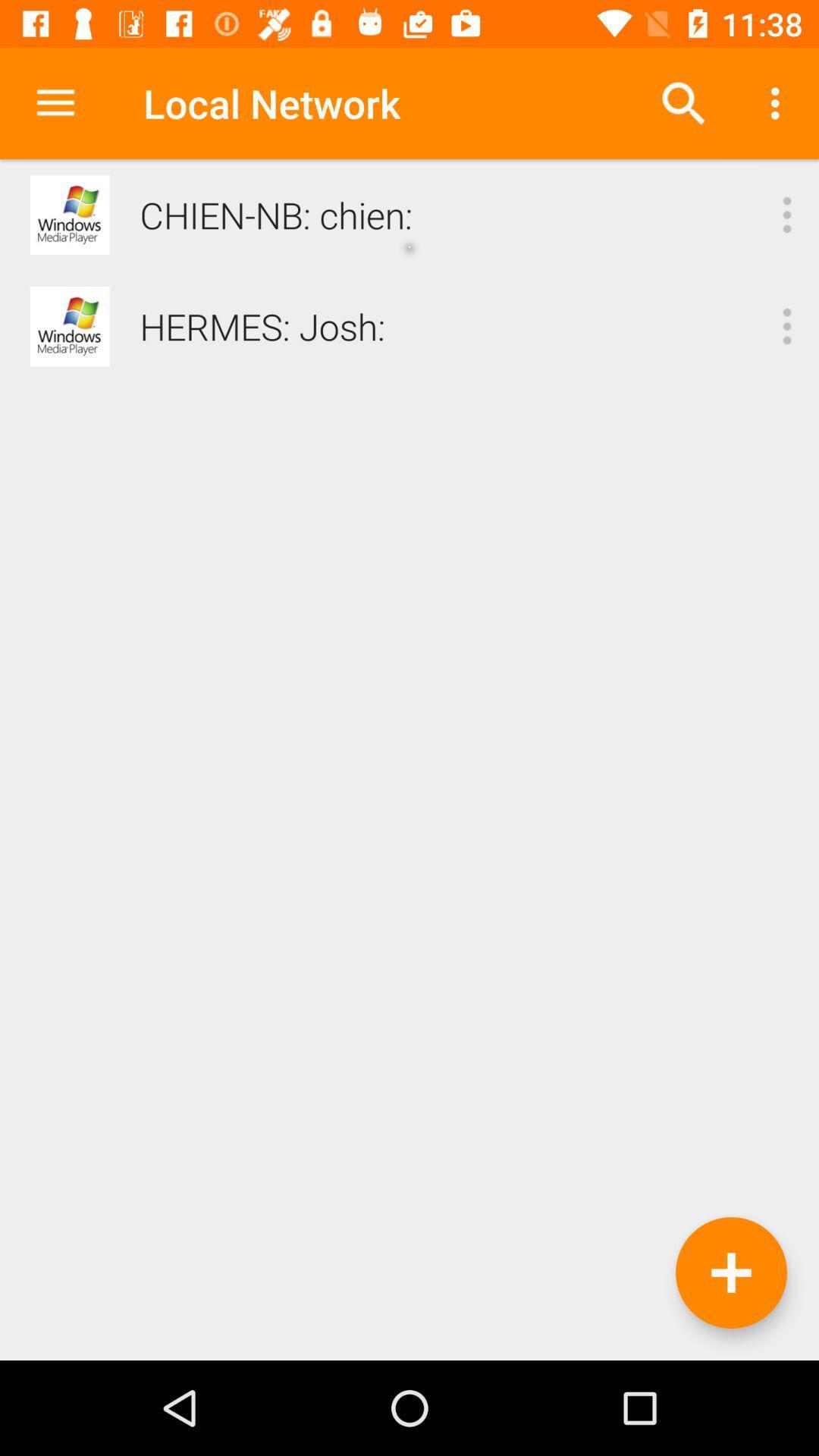 This screenshot has height=1456, width=819. Describe the element at coordinates (786, 325) in the screenshot. I see `to click more option` at that location.